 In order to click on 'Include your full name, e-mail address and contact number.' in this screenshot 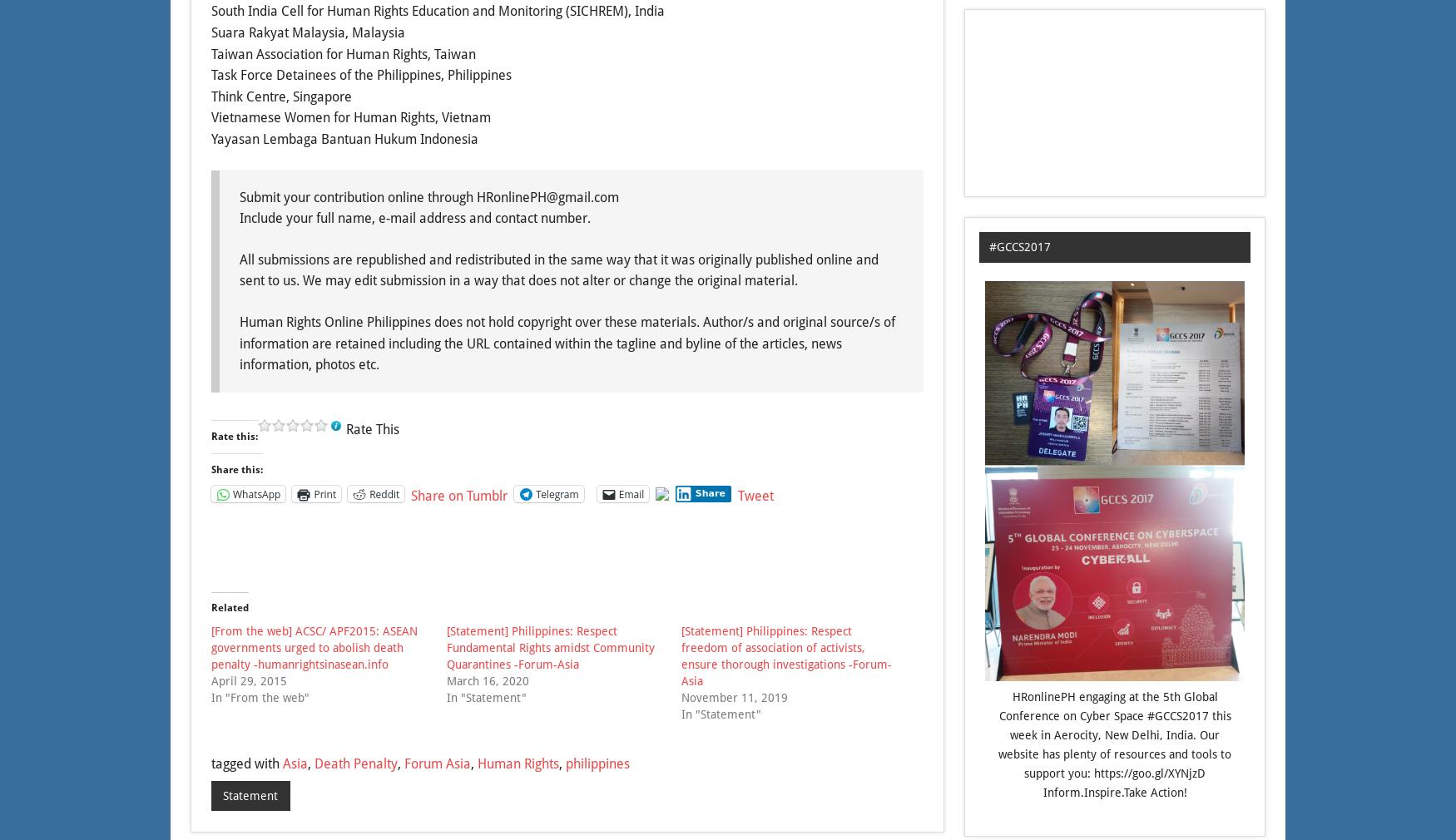, I will do `click(414, 218)`.